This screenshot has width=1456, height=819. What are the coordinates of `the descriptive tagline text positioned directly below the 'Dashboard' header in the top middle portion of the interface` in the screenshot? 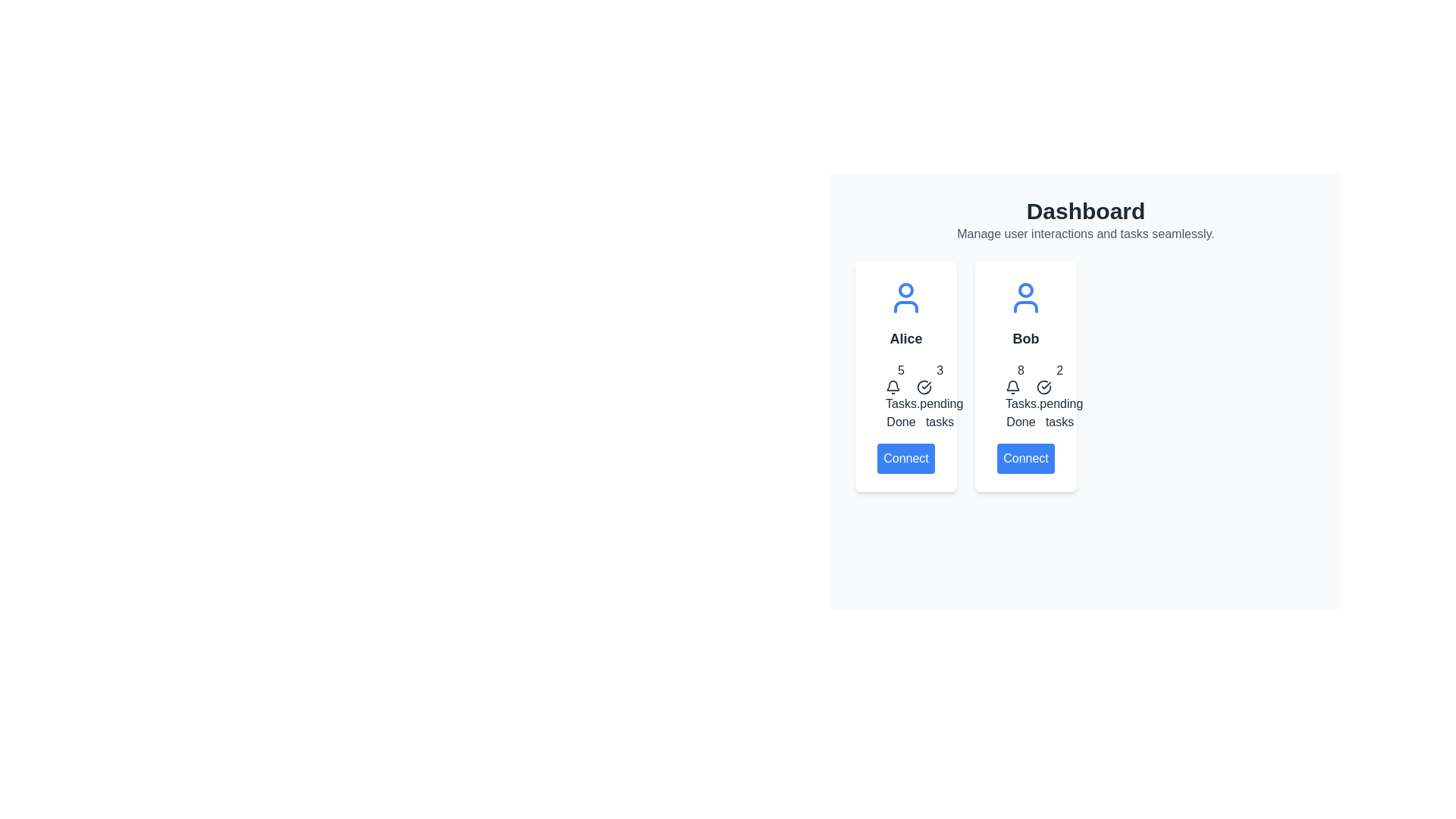 It's located at (1084, 234).